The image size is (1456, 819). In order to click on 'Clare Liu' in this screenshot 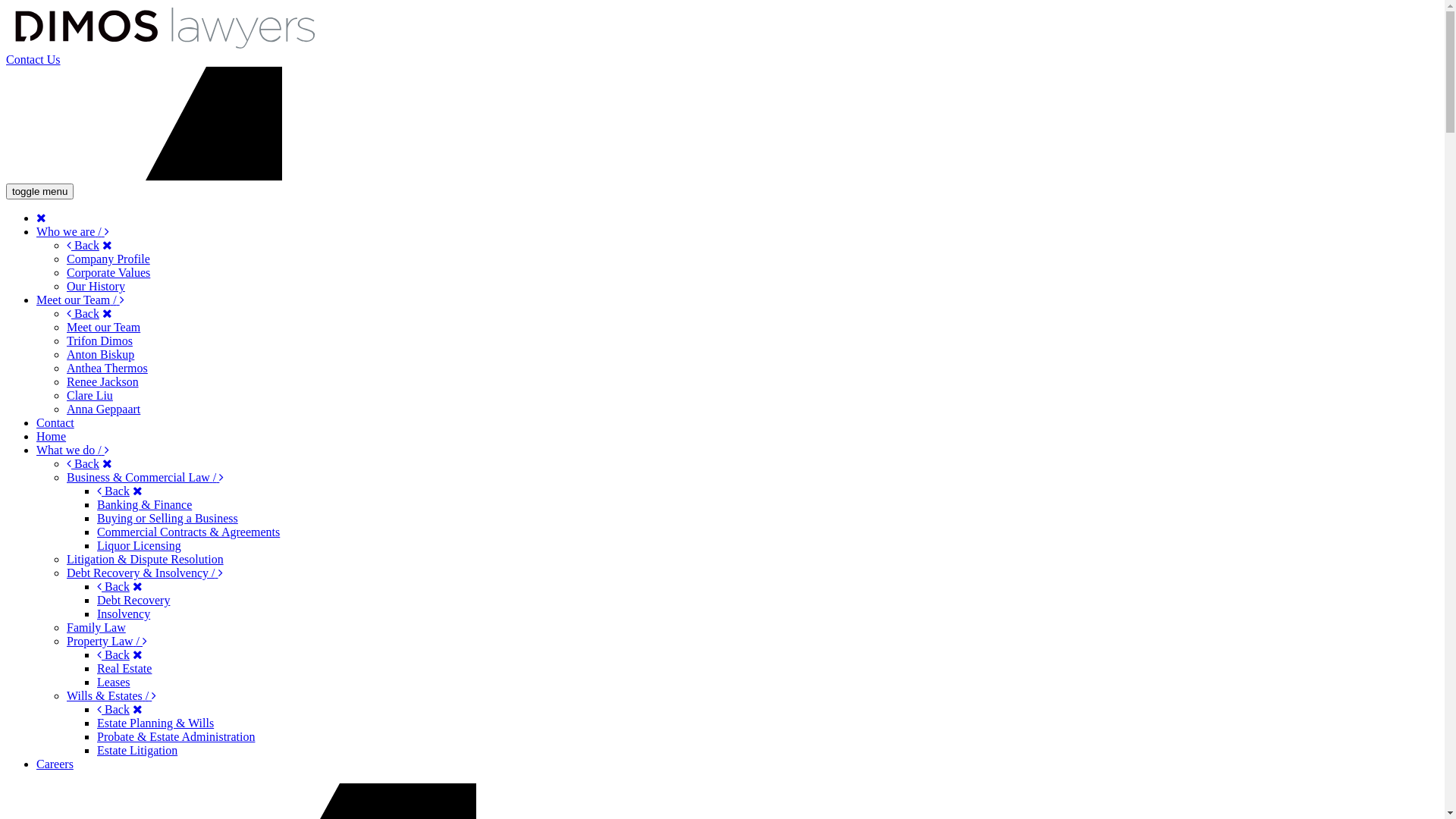, I will do `click(89, 394)`.